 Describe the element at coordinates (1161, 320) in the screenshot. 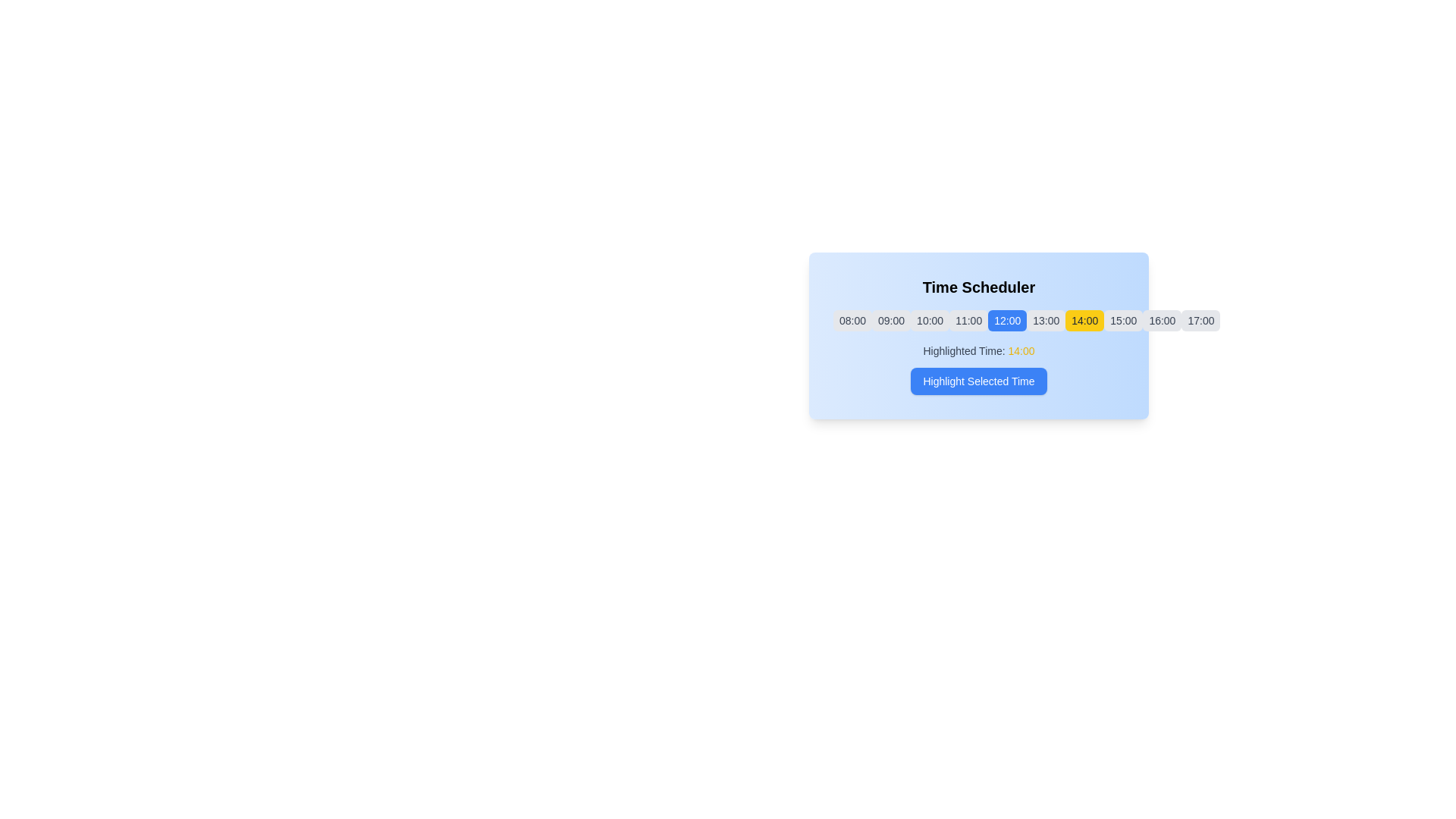

I see `the rectangular button labeled '16:00' to trigger its hover effect, which changes the background color to a slightly darker gray` at that location.